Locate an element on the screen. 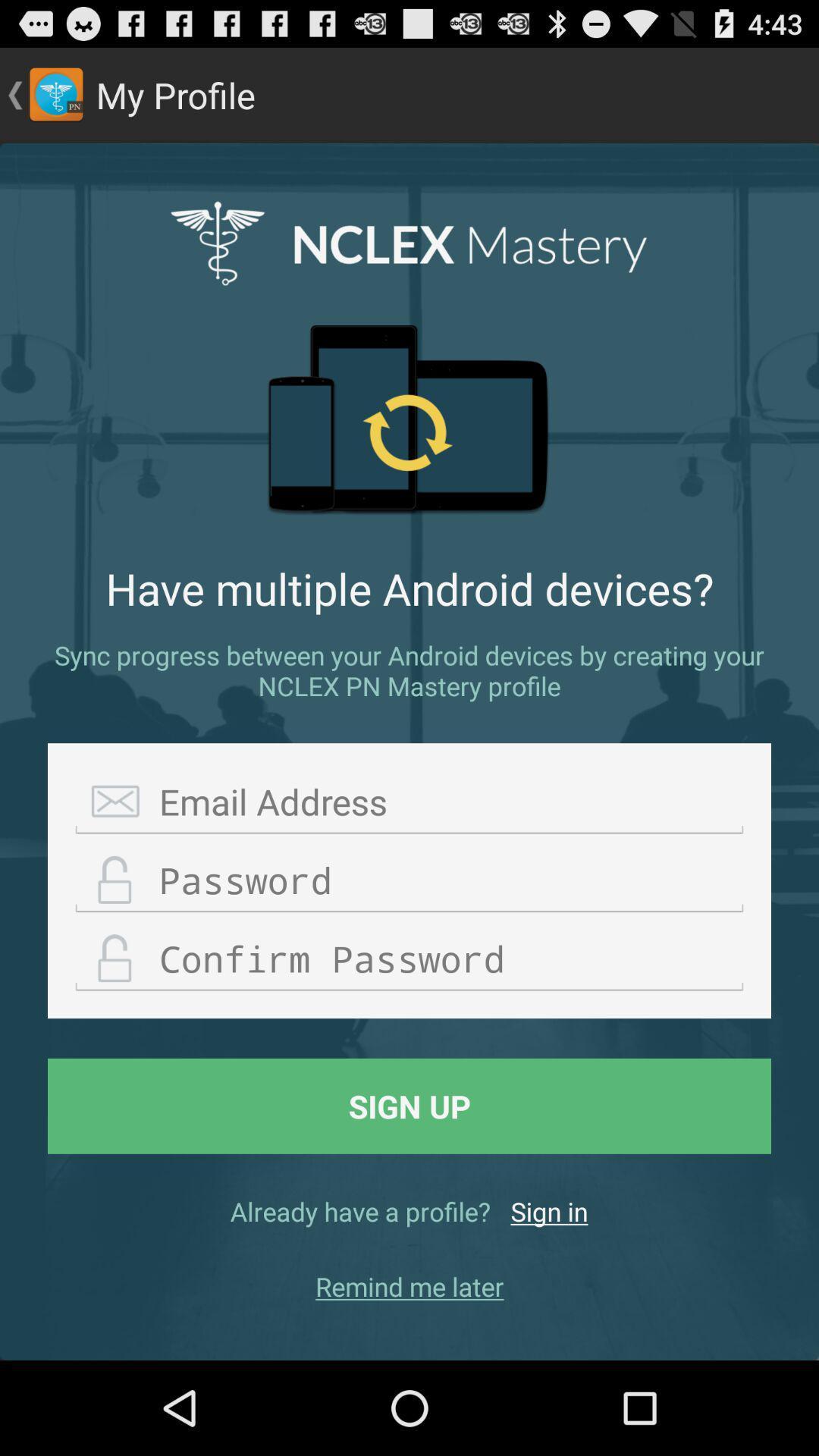  item above the already have a item is located at coordinates (409, 1106).